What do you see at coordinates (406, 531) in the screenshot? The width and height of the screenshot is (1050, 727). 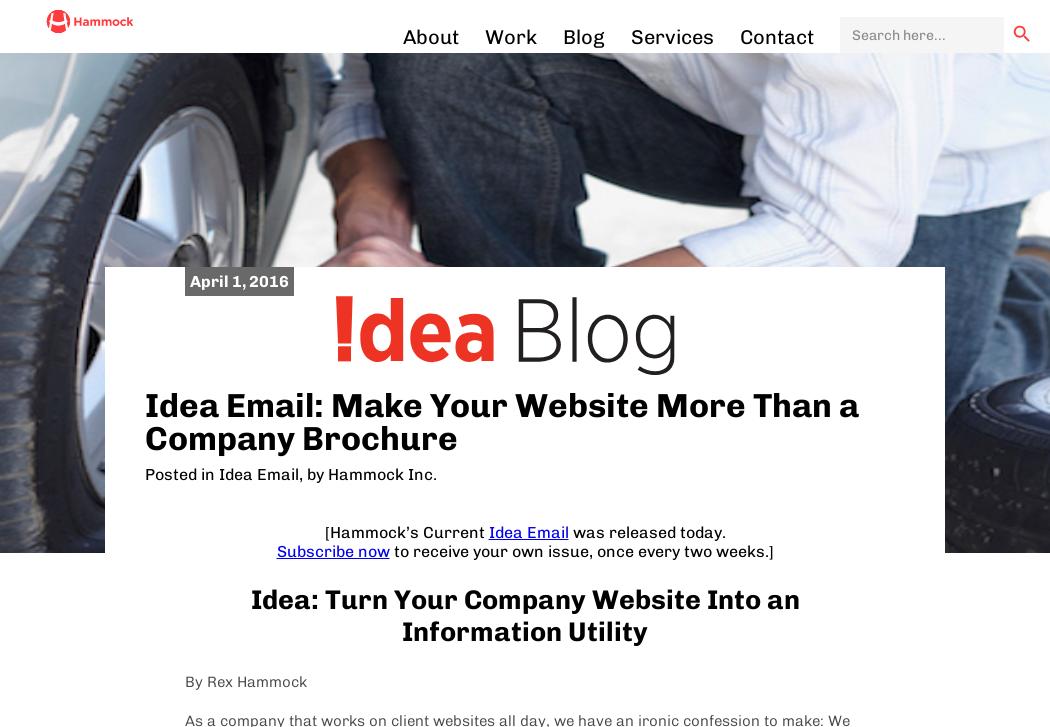 I see `'[Hammock’s Current'` at bounding box center [406, 531].